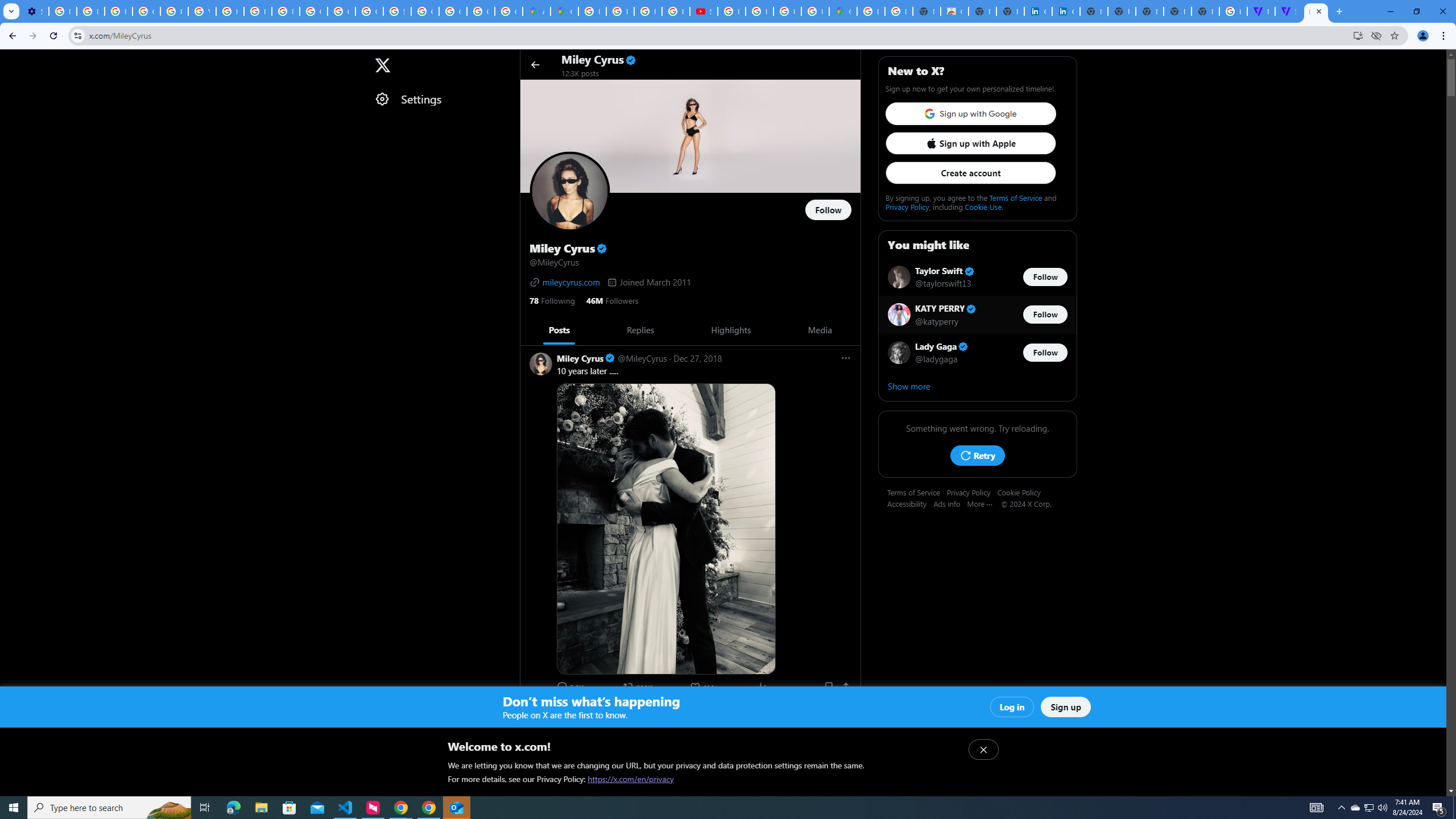 This screenshot has height=819, width=1456. Describe the element at coordinates (552, 299) in the screenshot. I see `'78 Following'` at that location.